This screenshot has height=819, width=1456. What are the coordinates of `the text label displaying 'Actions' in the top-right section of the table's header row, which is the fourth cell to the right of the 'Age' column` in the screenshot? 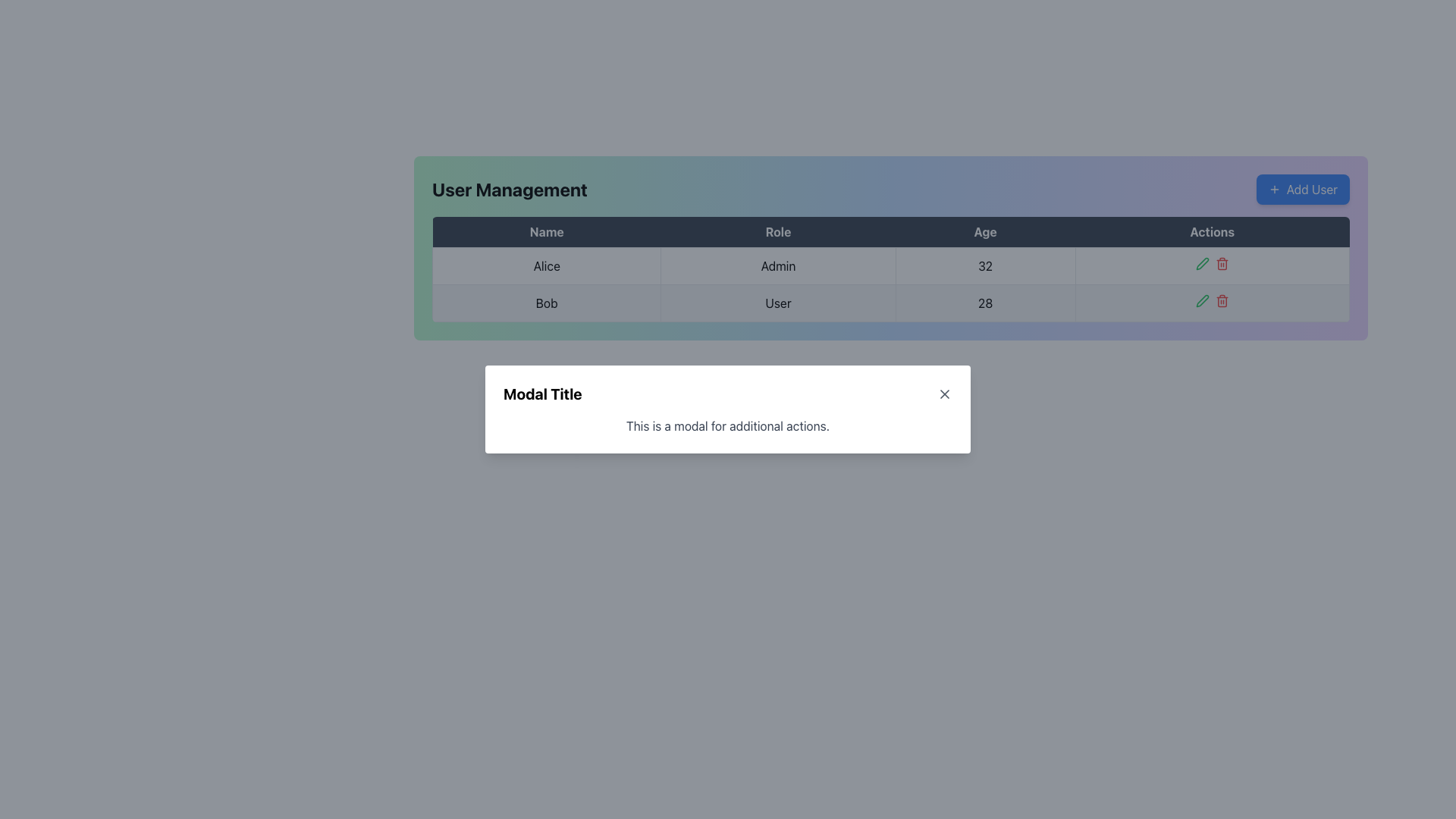 It's located at (1211, 232).